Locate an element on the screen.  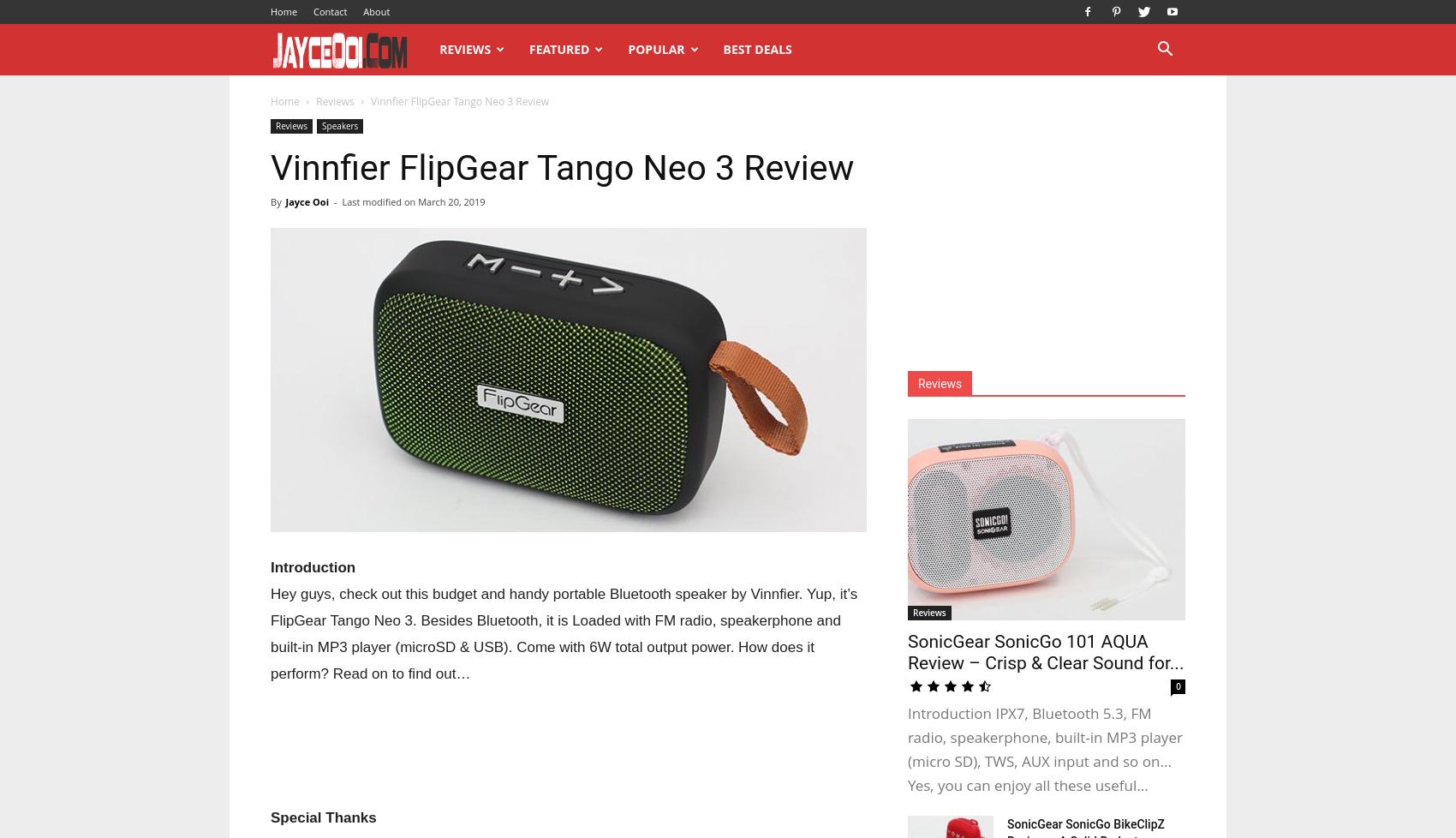
'Hey guys, check out this budget and handy portable Bluetooth speaker by Vinnfier. Yup, it’s FlipGear Tango Neo 3. Besides Bluetooth, it is Loaded with FM radio, speakerphone and built-in MP3 player (microSD & USB). Come with 6W total output power. How does it perform? Read on to find out…' is located at coordinates (564, 632).